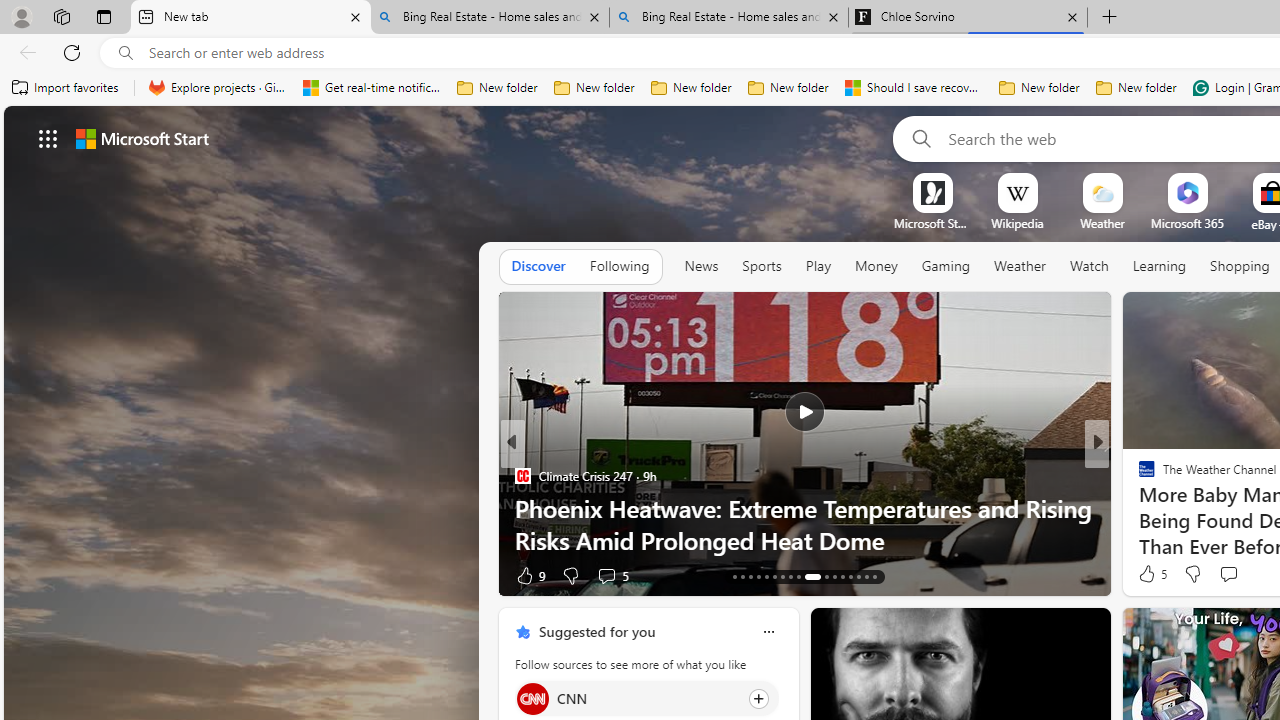 The width and height of the screenshot is (1280, 720). I want to click on '5 Like', so click(1151, 574).